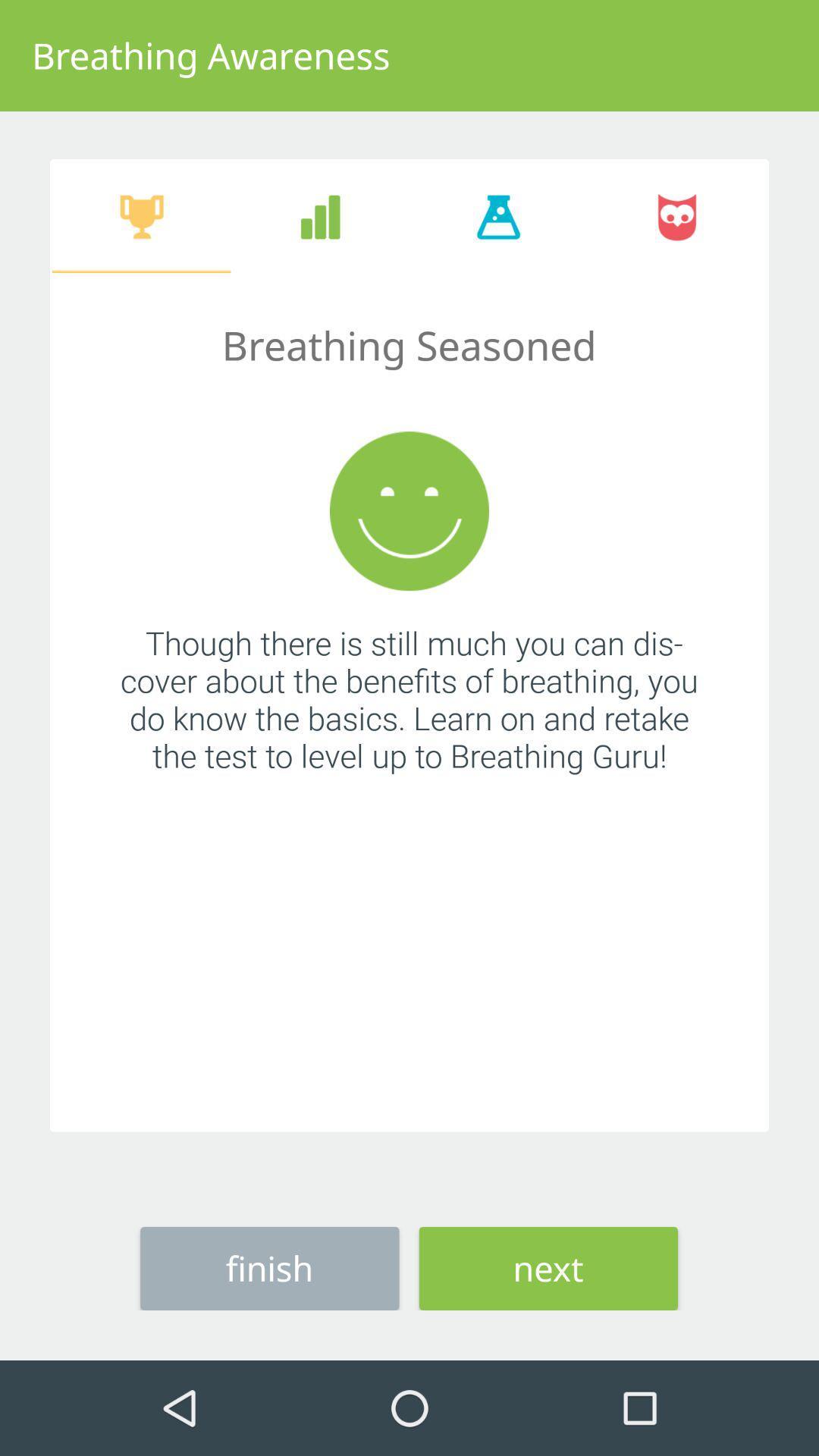 This screenshot has height=1456, width=819. What do you see at coordinates (319, 216) in the screenshot?
I see `the icon which is just right to the trophy icon` at bounding box center [319, 216].